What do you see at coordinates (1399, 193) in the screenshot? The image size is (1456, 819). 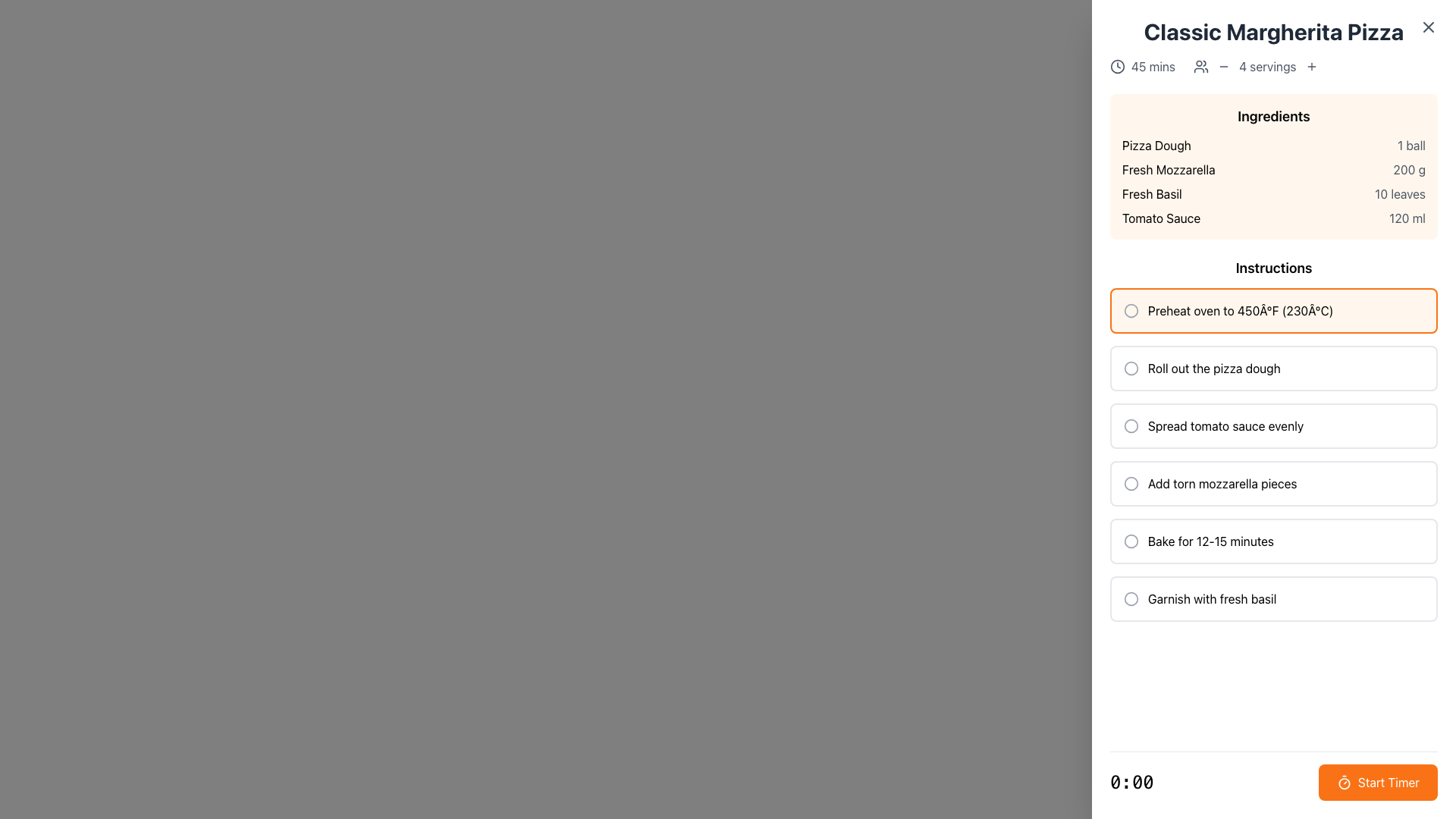 I see `the text label displaying '10 leaves' which is styled in gray and located to the right of the 'Fresh Basil' label in the 'Ingredients' section of the recipe interface` at bounding box center [1399, 193].